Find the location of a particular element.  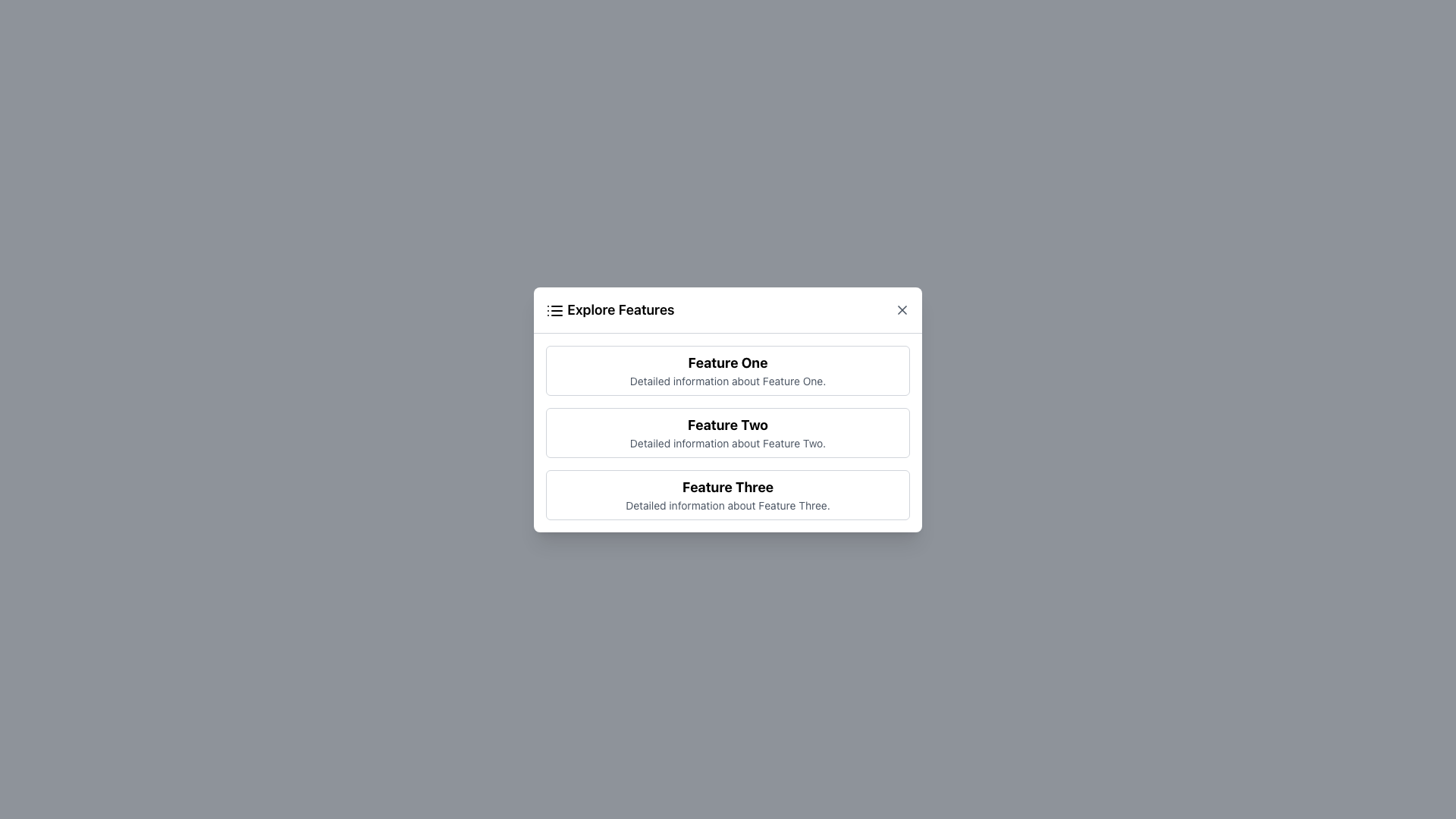

the first clickable panel summarizing 'Feature One' in the 'Explore Features' popup modal is located at coordinates (728, 370).